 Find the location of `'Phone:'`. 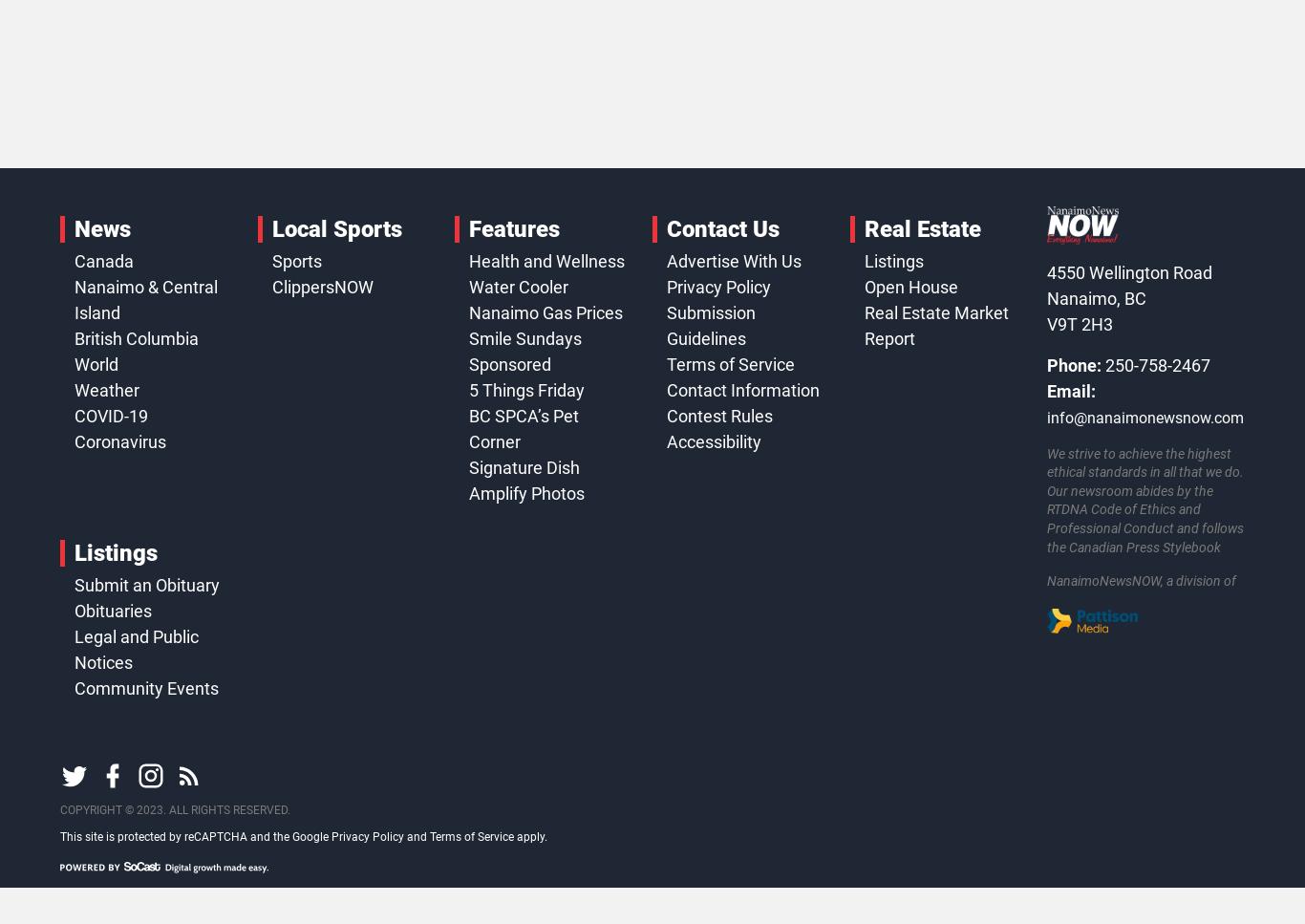

'Phone:' is located at coordinates (1073, 364).